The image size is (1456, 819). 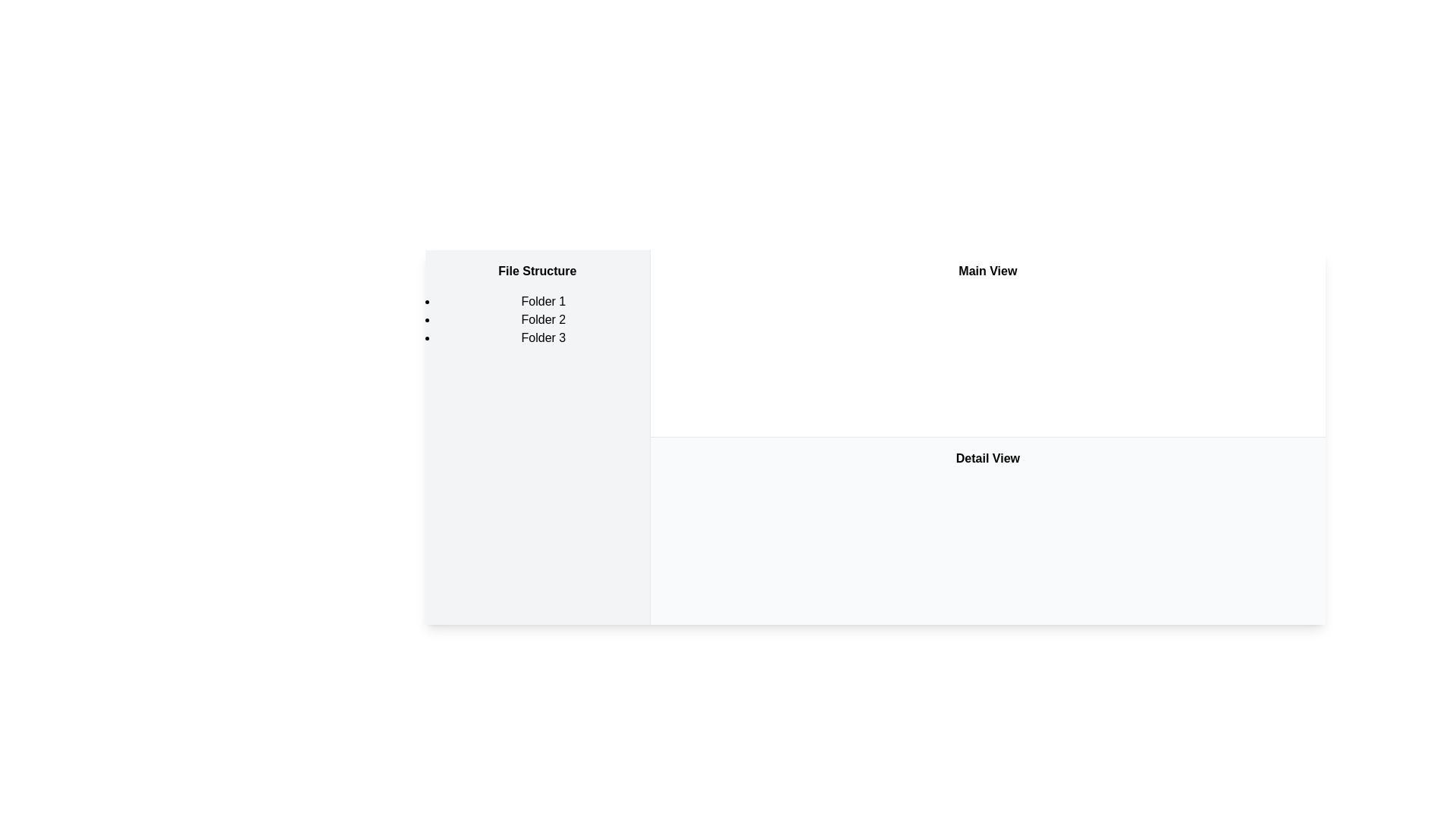 What do you see at coordinates (543, 318) in the screenshot?
I see `the individual list items of the unordered list displaying 'Folder 1', 'Folder 2', and 'Folder 3', which is located centrally within the left panel under the 'File Structure' heading` at bounding box center [543, 318].